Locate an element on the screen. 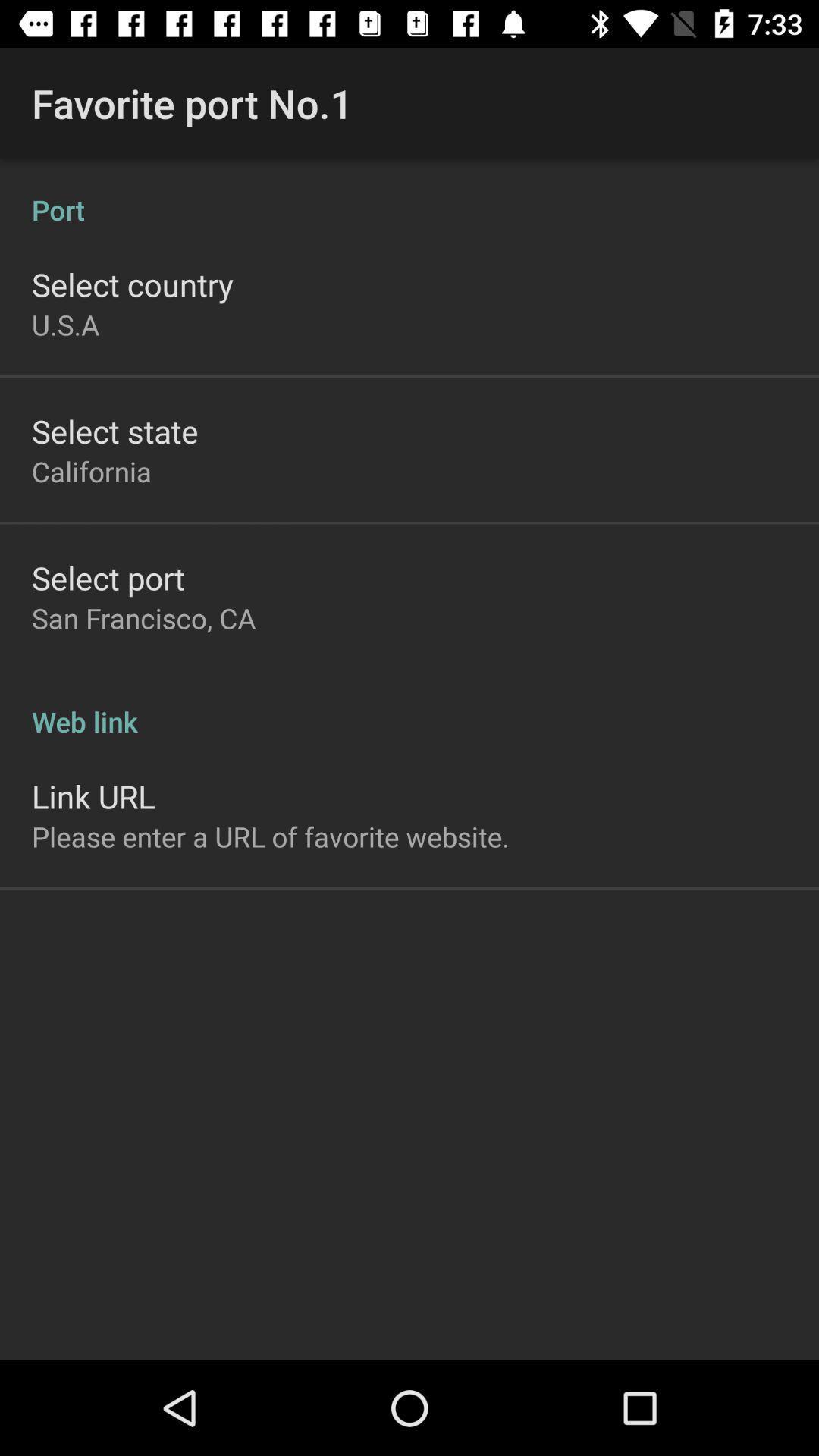 The width and height of the screenshot is (819, 1456). the item above link url item is located at coordinates (409, 704).